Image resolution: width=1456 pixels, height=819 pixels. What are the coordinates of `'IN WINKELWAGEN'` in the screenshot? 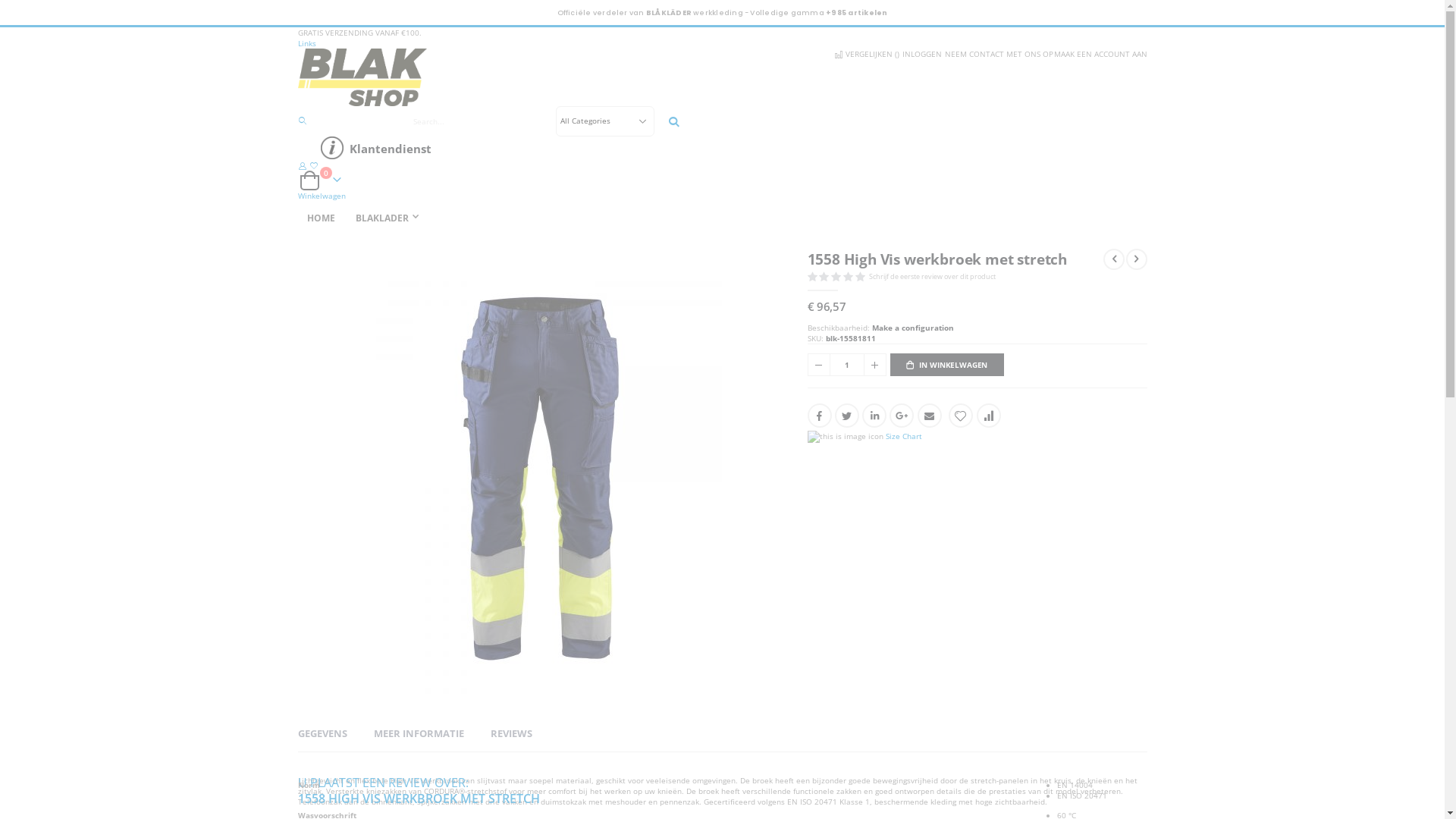 It's located at (946, 365).